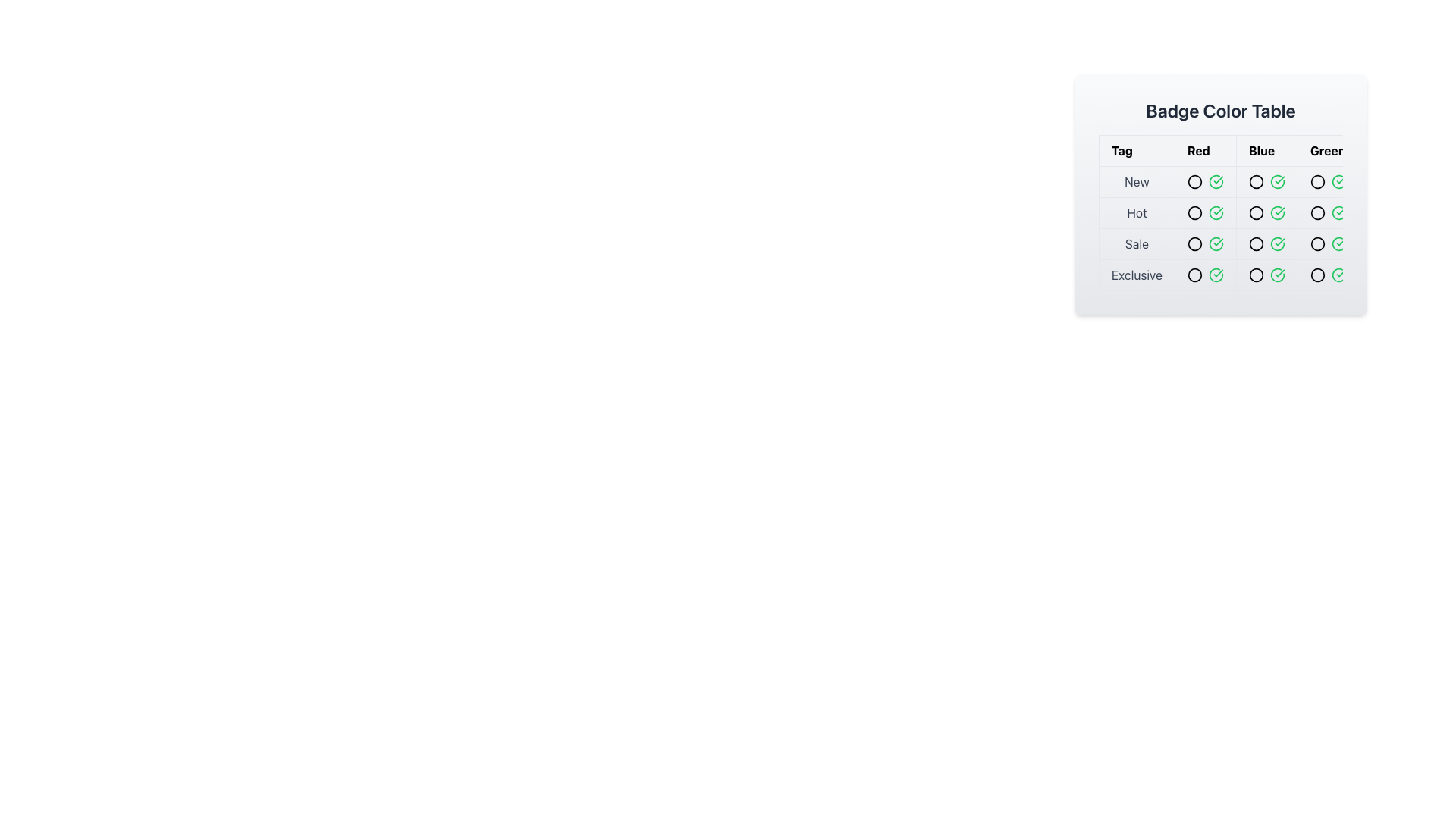  Describe the element at coordinates (1137, 213) in the screenshot. I see `the 'Hot' tag label located in the second row of the table under the 'Tag' column, which is positioned between the 'New' and 'Sale' rows` at that location.